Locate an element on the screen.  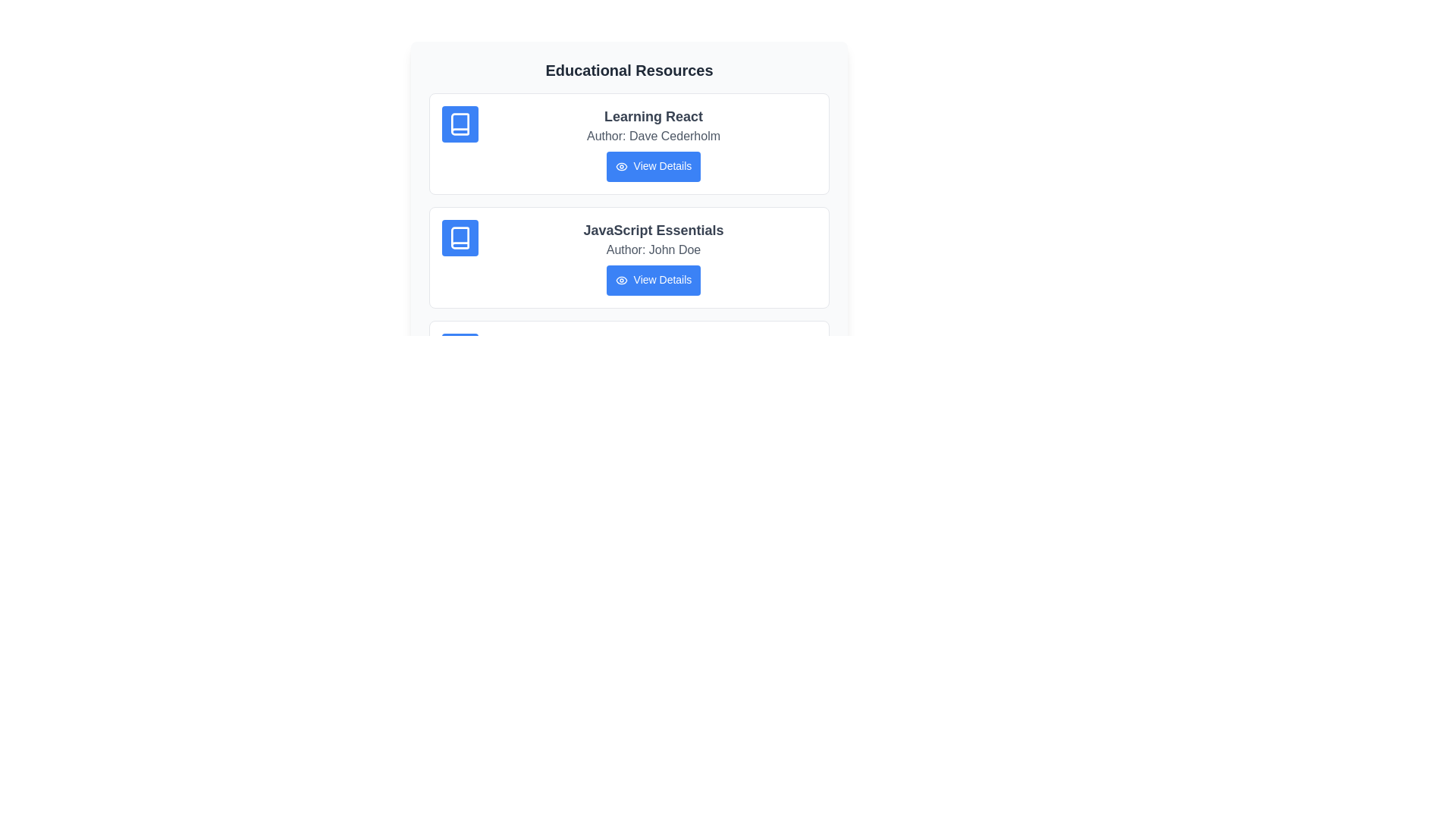
the icon associated with the resource JavaScript Essentials is located at coordinates (459, 237).